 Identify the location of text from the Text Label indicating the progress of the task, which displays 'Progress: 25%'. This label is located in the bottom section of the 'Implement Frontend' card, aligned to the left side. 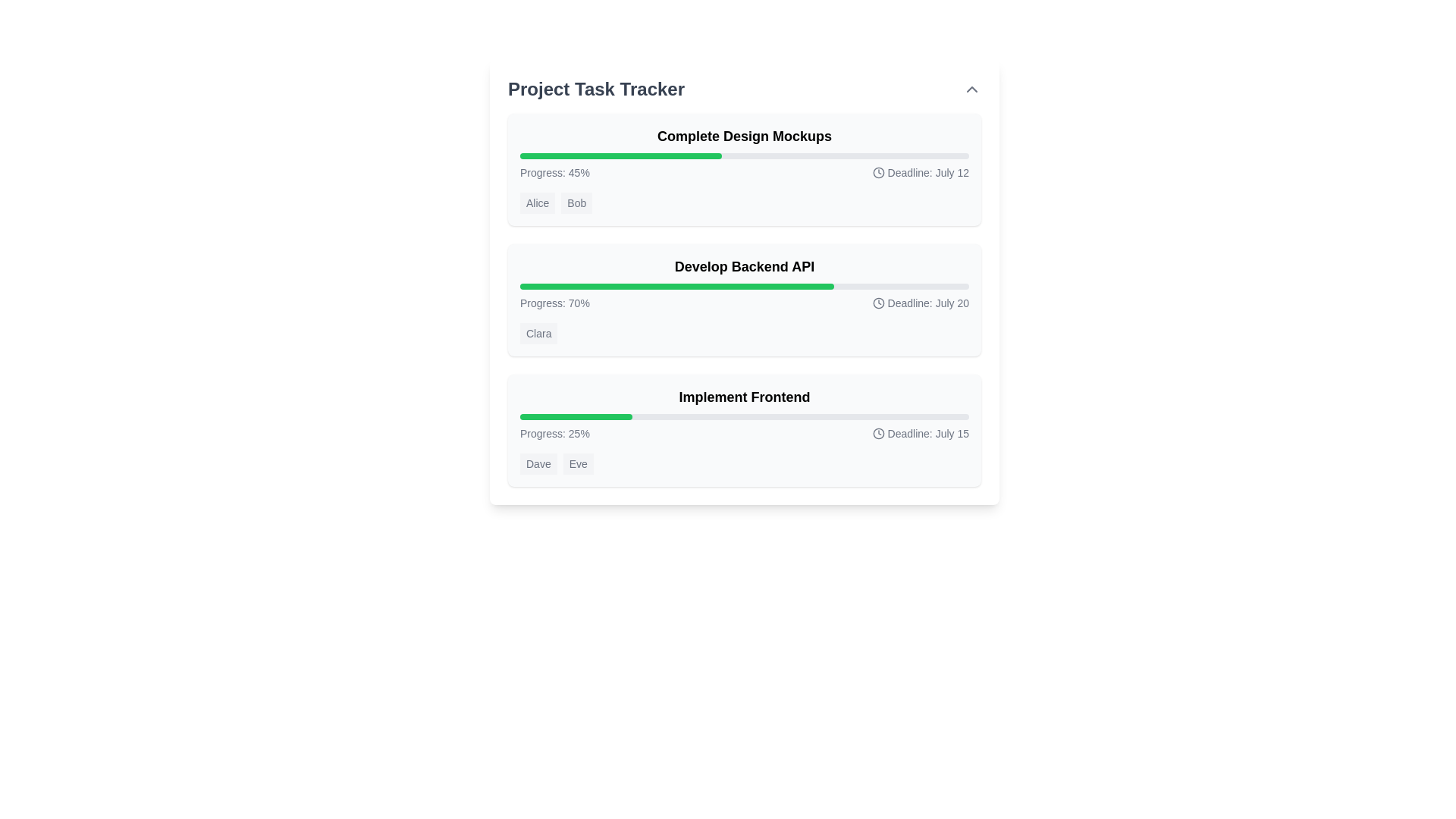
(554, 433).